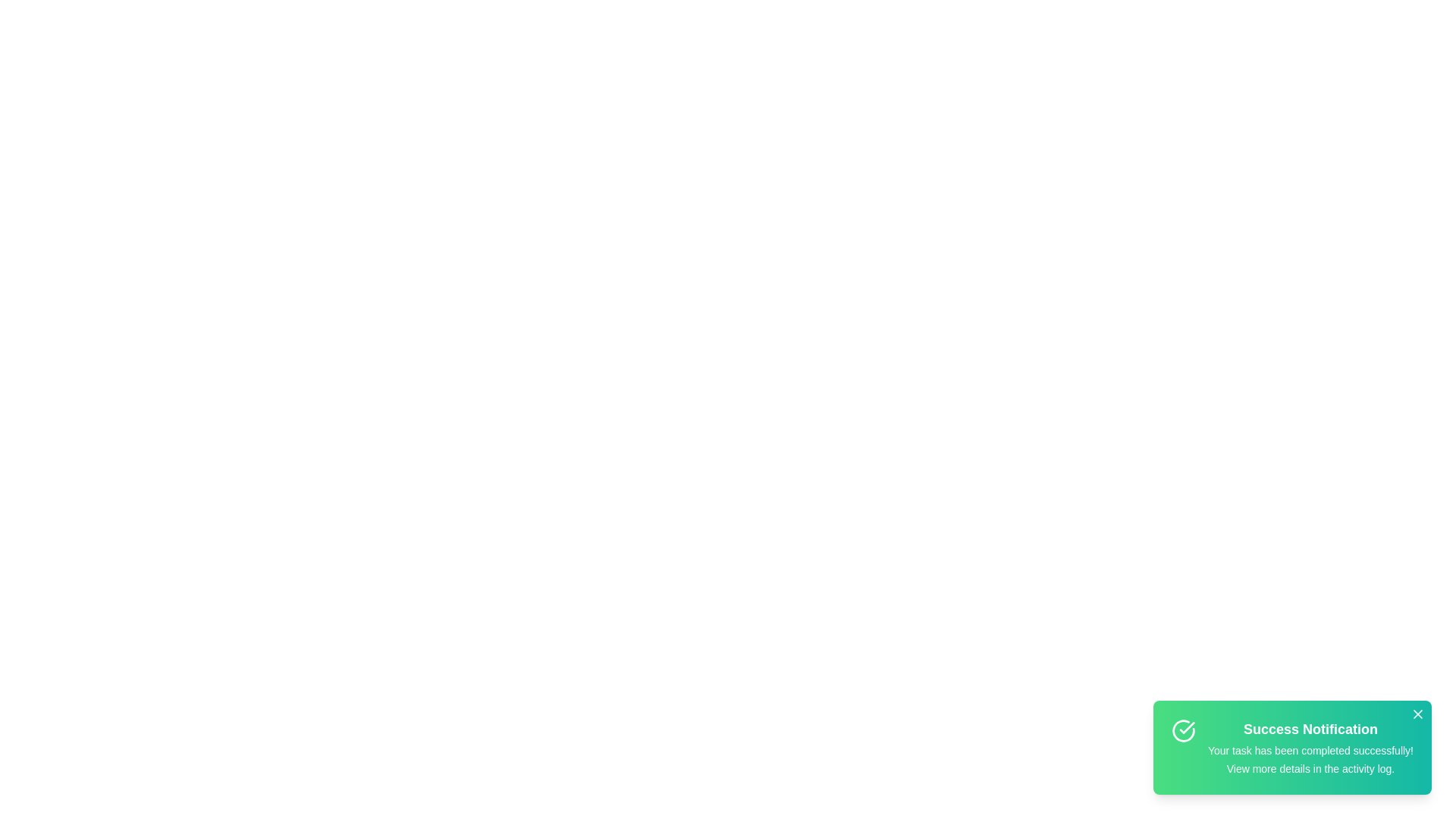 The image size is (1456, 819). I want to click on close button on the notification, so click(1417, 714).